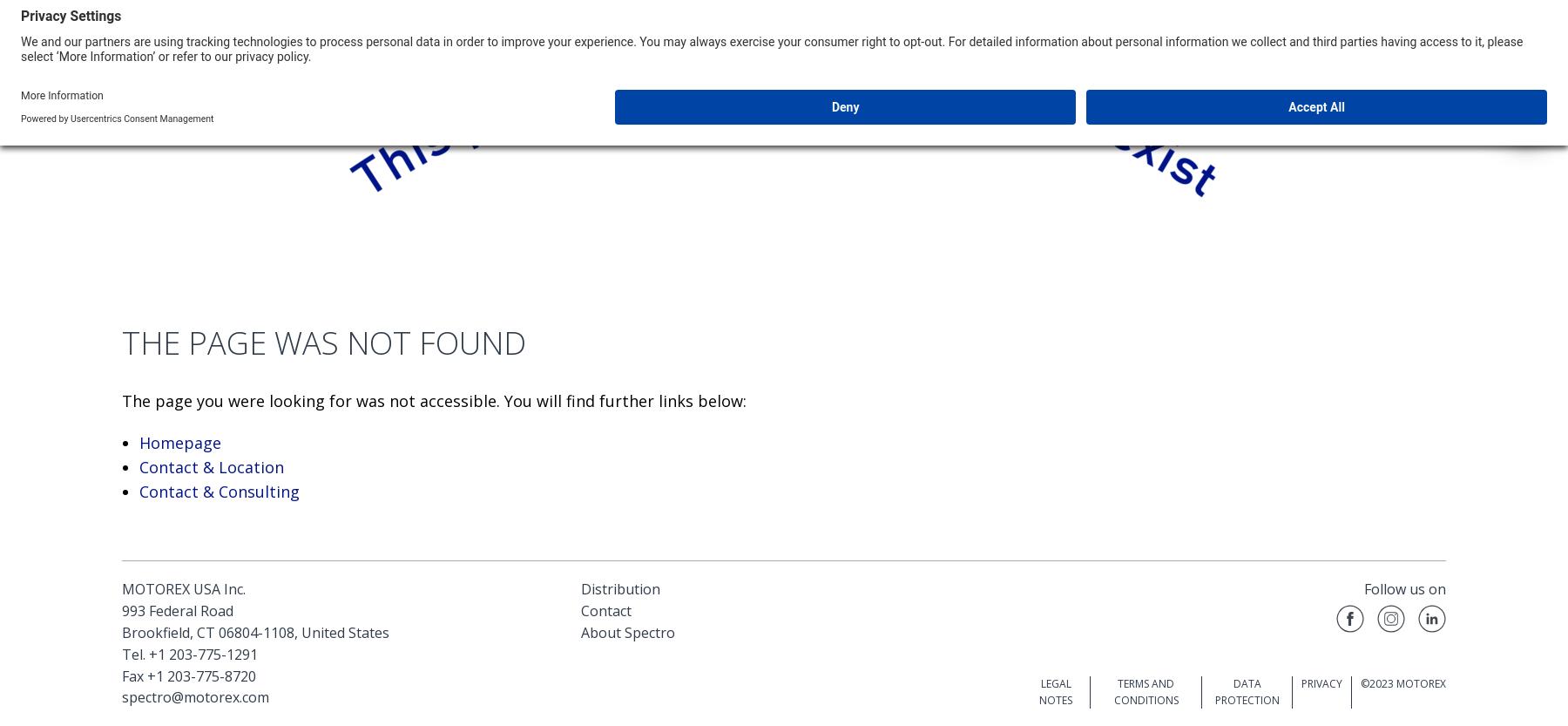  Describe the element at coordinates (433, 399) in the screenshot. I see `'The page you were looking for was not accessible. You will find further links below:'` at that location.